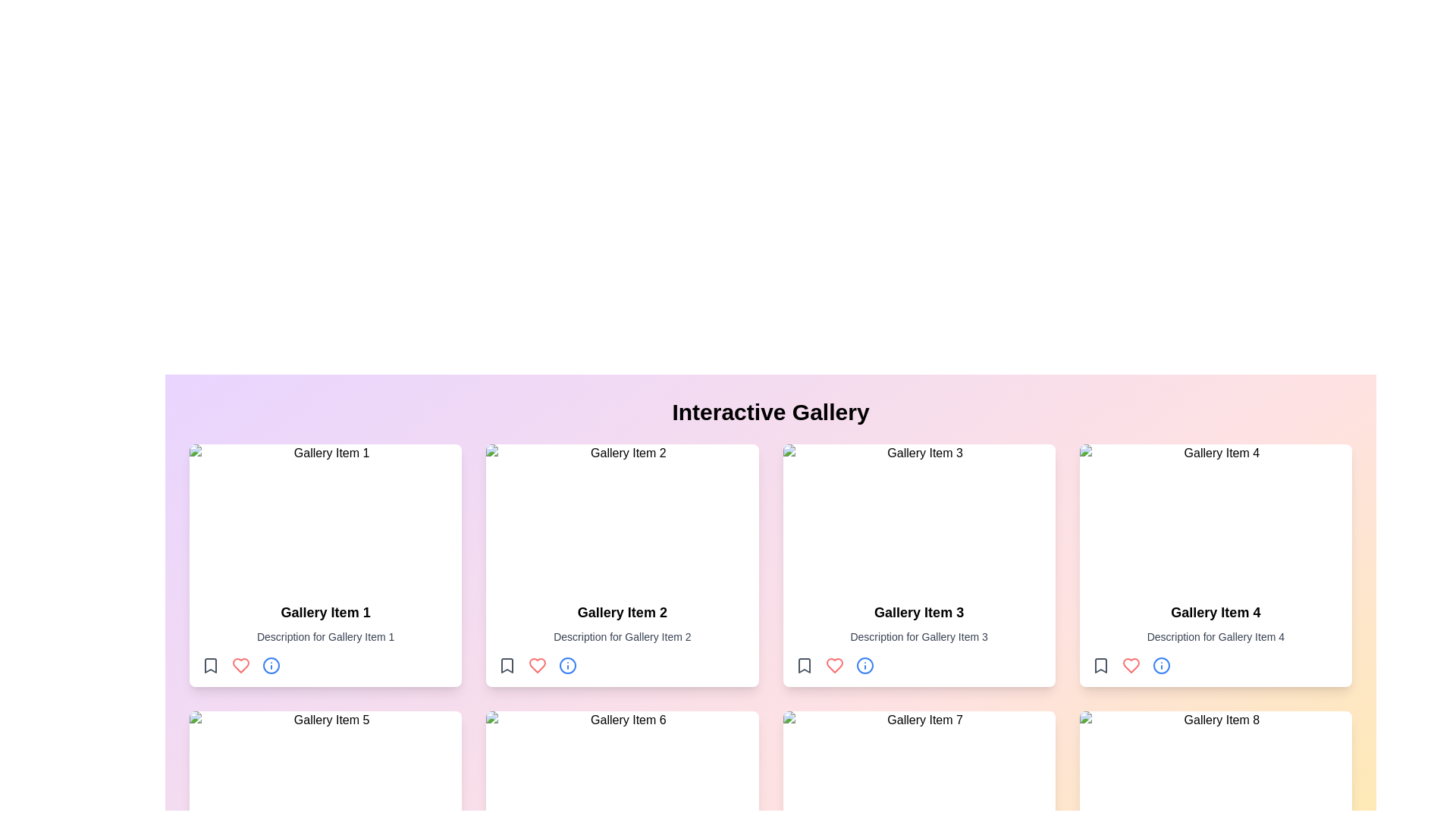  Describe the element at coordinates (507, 665) in the screenshot. I see `the gray bookmark icon located as the first element in a row of icons below the second gallery item` at that location.